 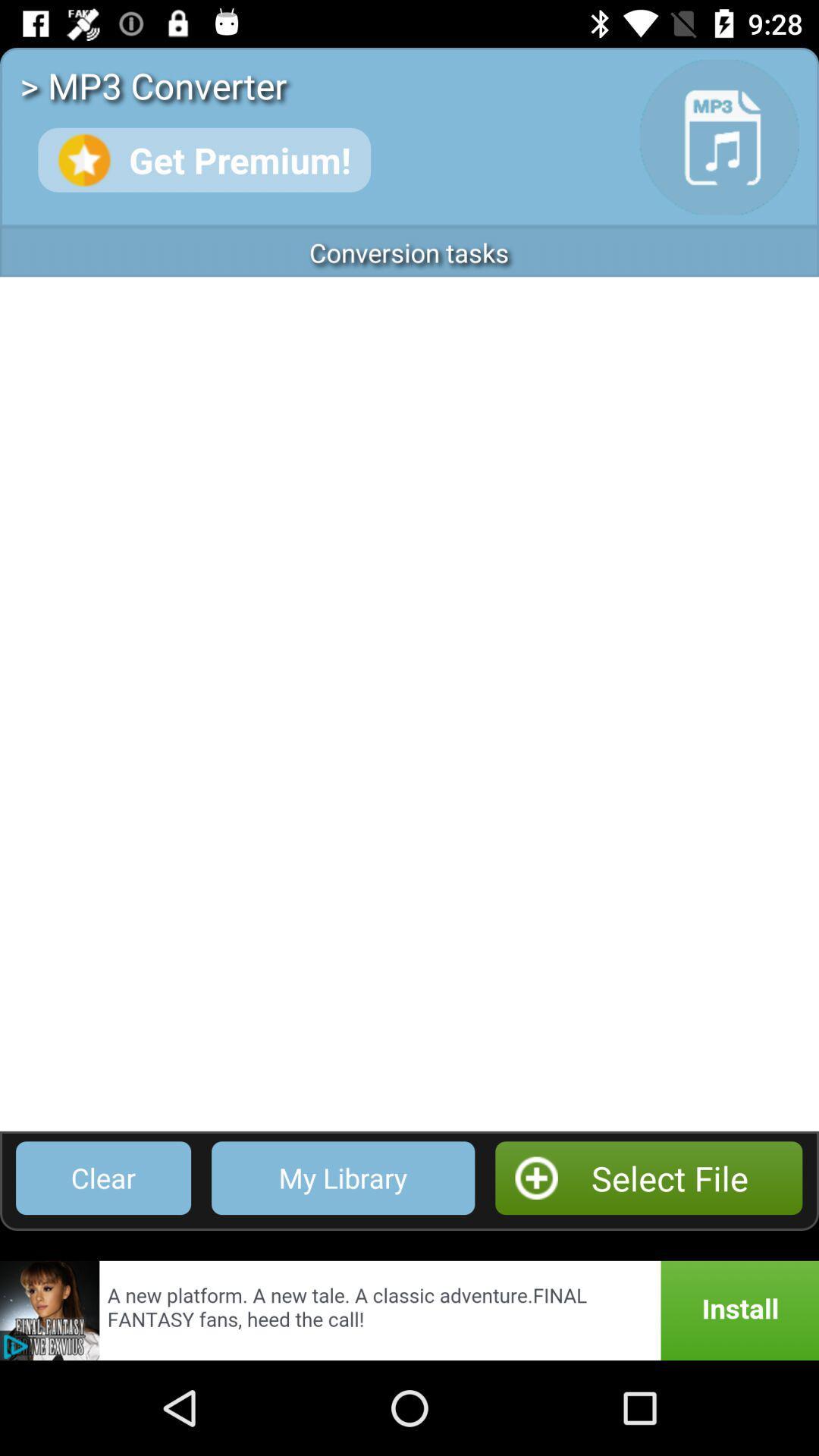 I want to click on the clear at the bottom left corner, so click(x=102, y=1177).